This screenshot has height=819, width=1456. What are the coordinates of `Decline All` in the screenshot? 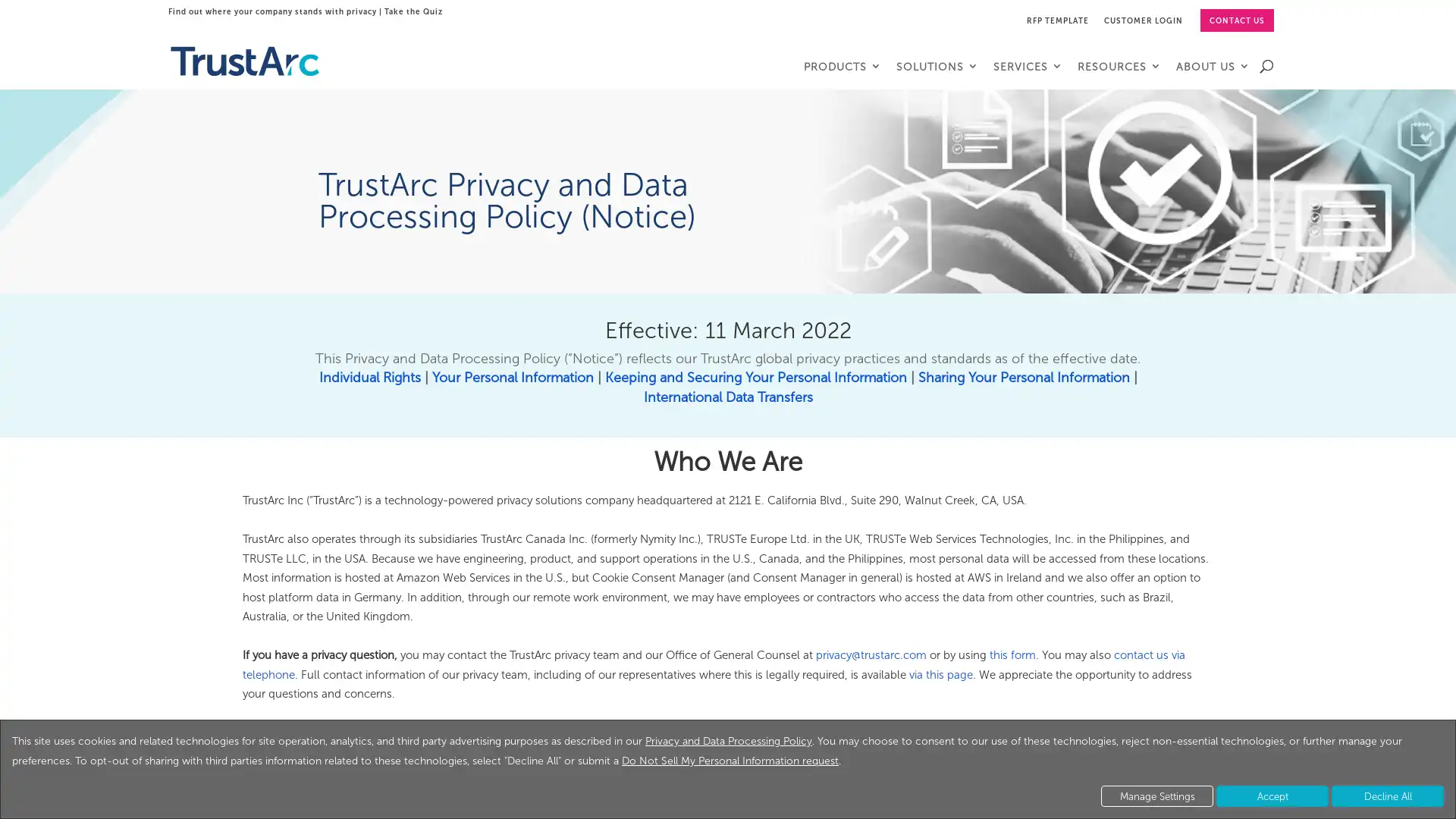 It's located at (1387, 795).